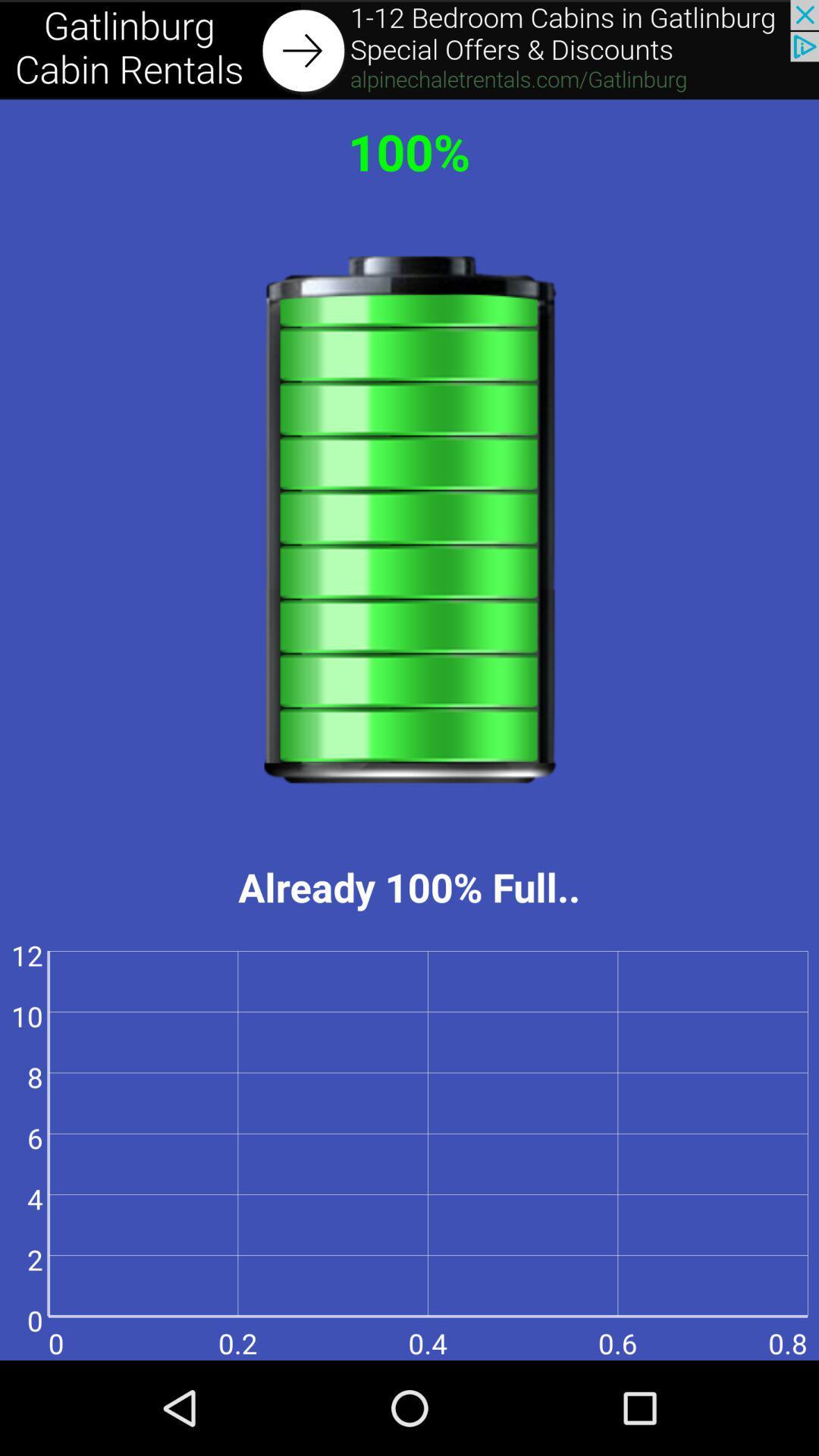  I want to click on advertisement area, so click(409, 49).